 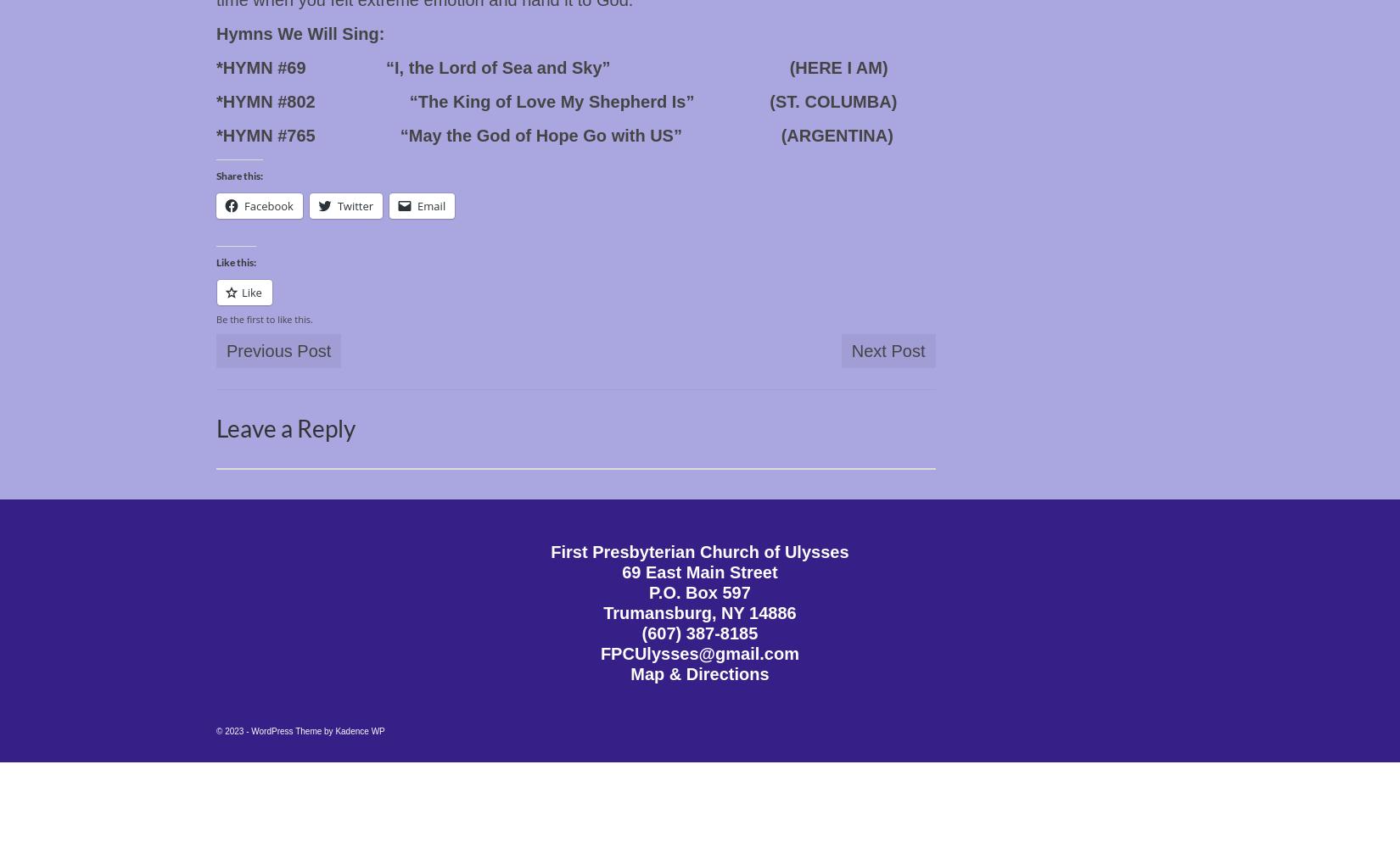 What do you see at coordinates (300, 34) in the screenshot?
I see `'Hymns We Will Sing:'` at bounding box center [300, 34].